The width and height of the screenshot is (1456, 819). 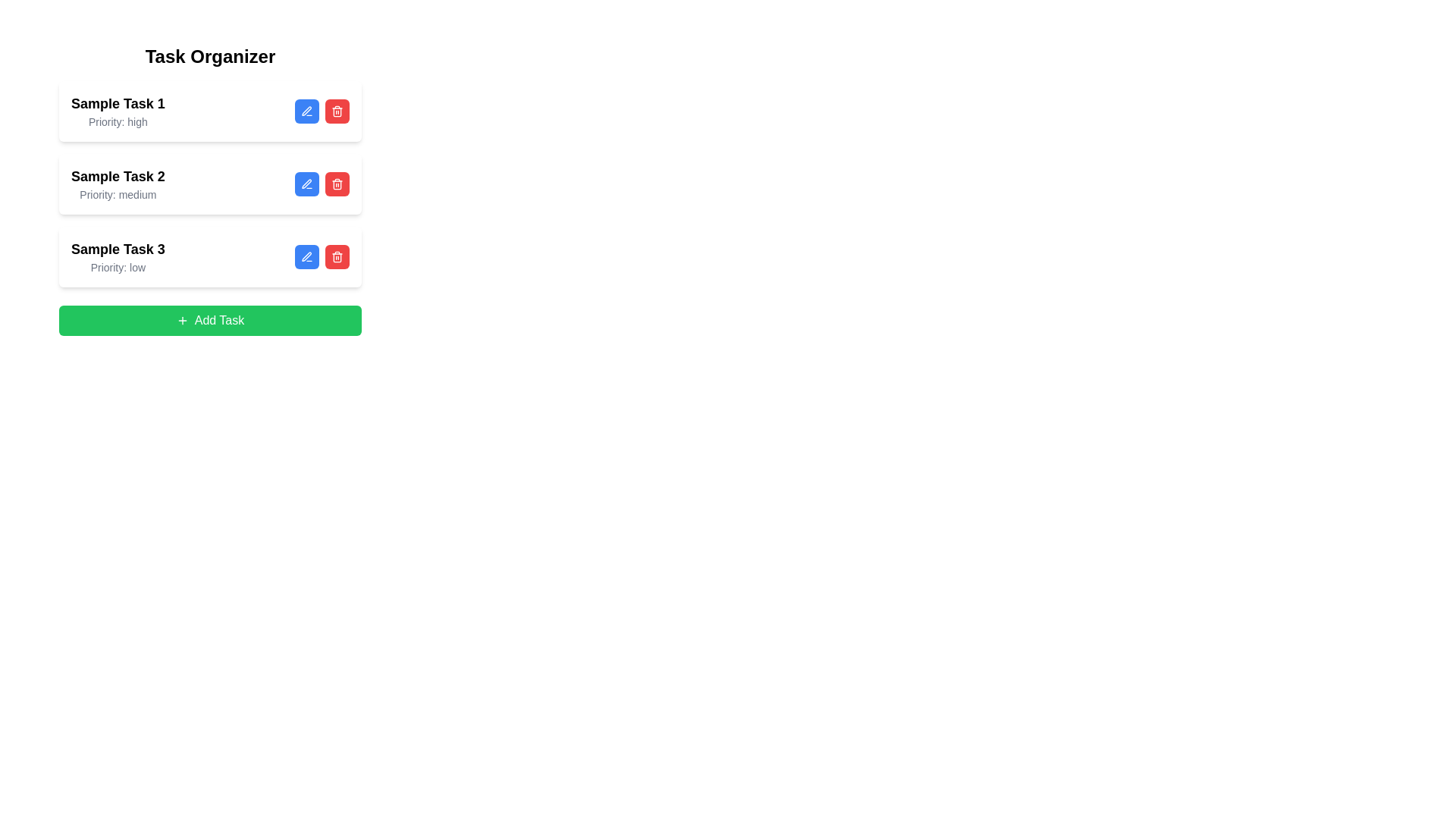 I want to click on the edit icon located within the blue button to the right of 'Sample Task 1' in the first task card, so click(x=306, y=110).